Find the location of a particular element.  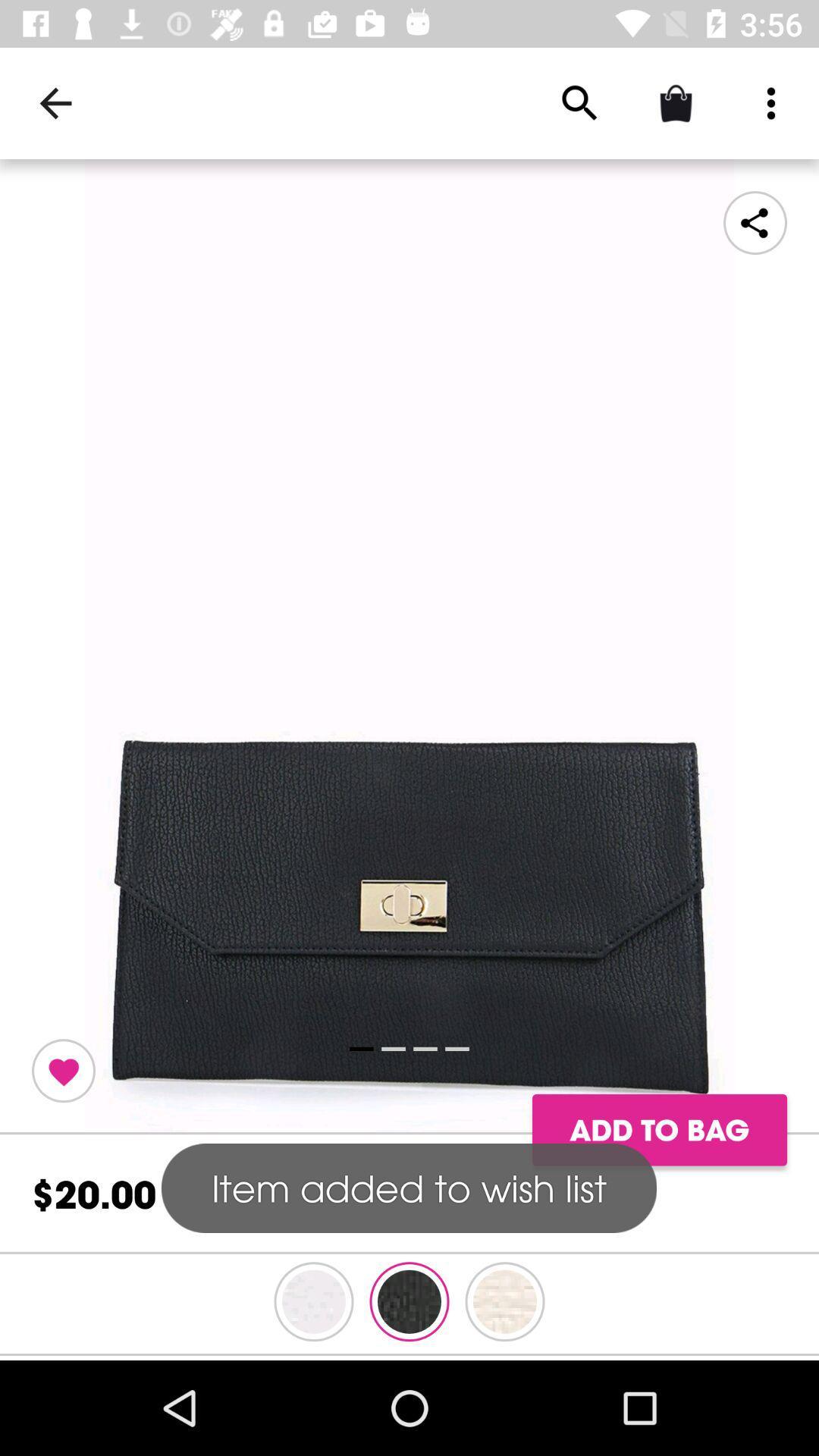

the avatar icon is located at coordinates (505, 1301).